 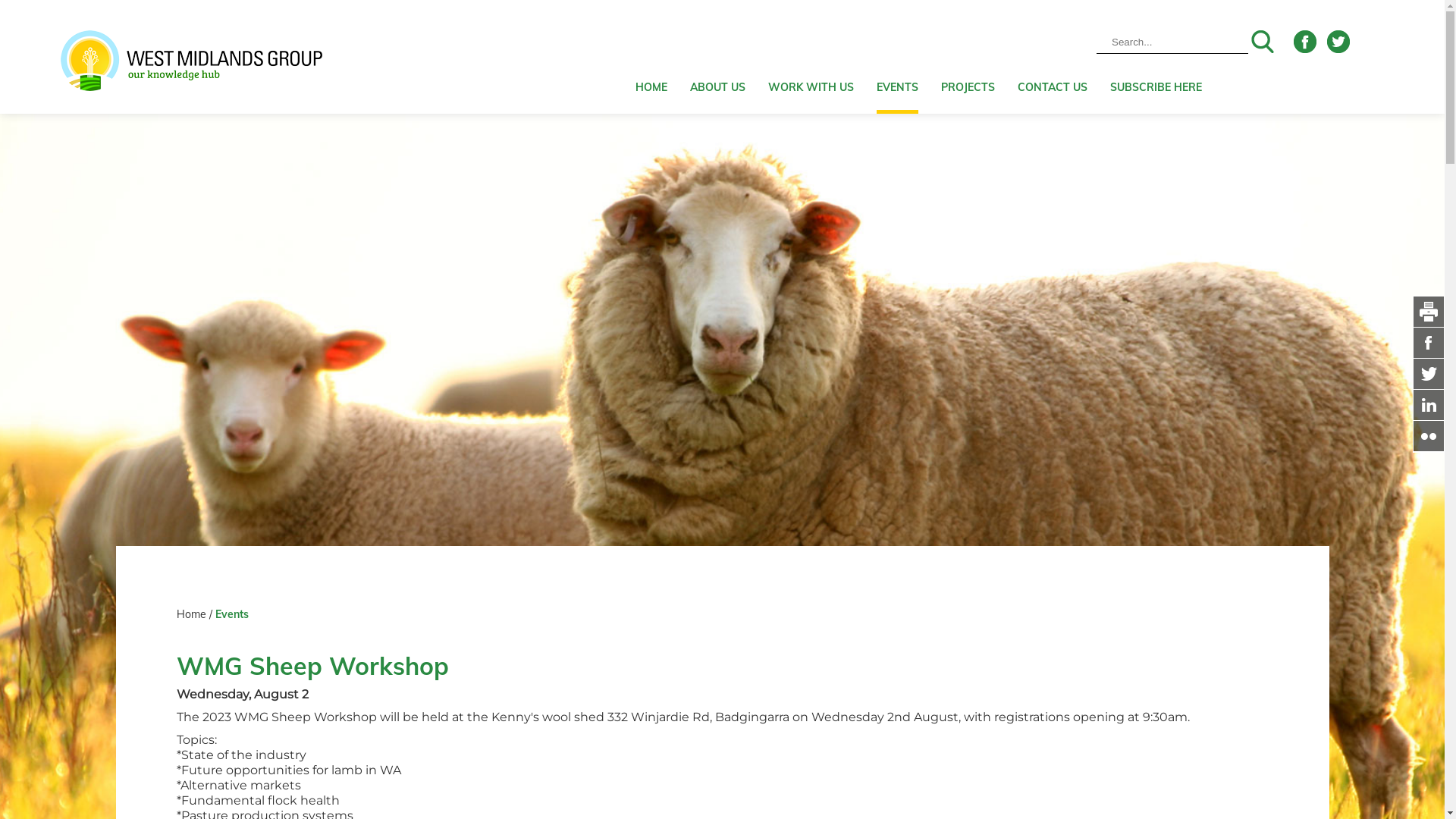 I want to click on 'Events', so click(x=231, y=614).